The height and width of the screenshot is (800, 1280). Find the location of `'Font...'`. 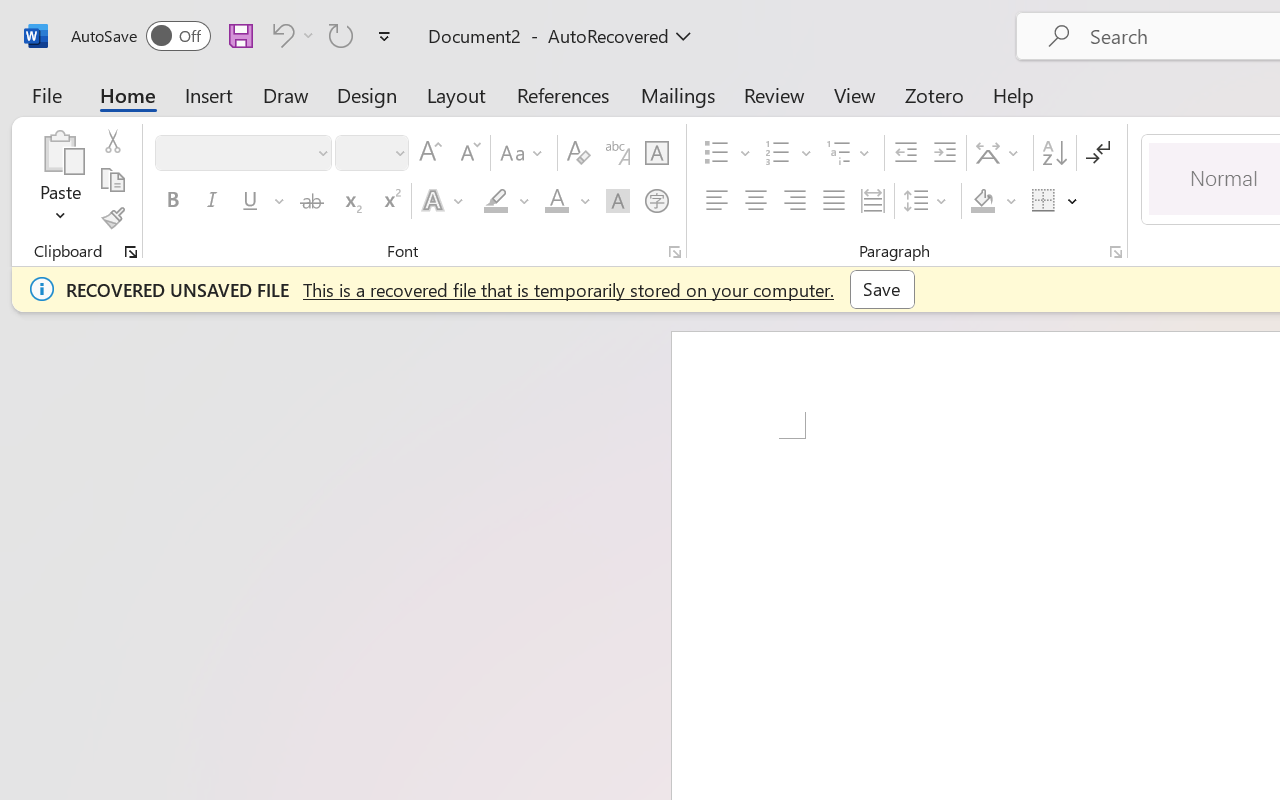

'Font...' is located at coordinates (675, 251).